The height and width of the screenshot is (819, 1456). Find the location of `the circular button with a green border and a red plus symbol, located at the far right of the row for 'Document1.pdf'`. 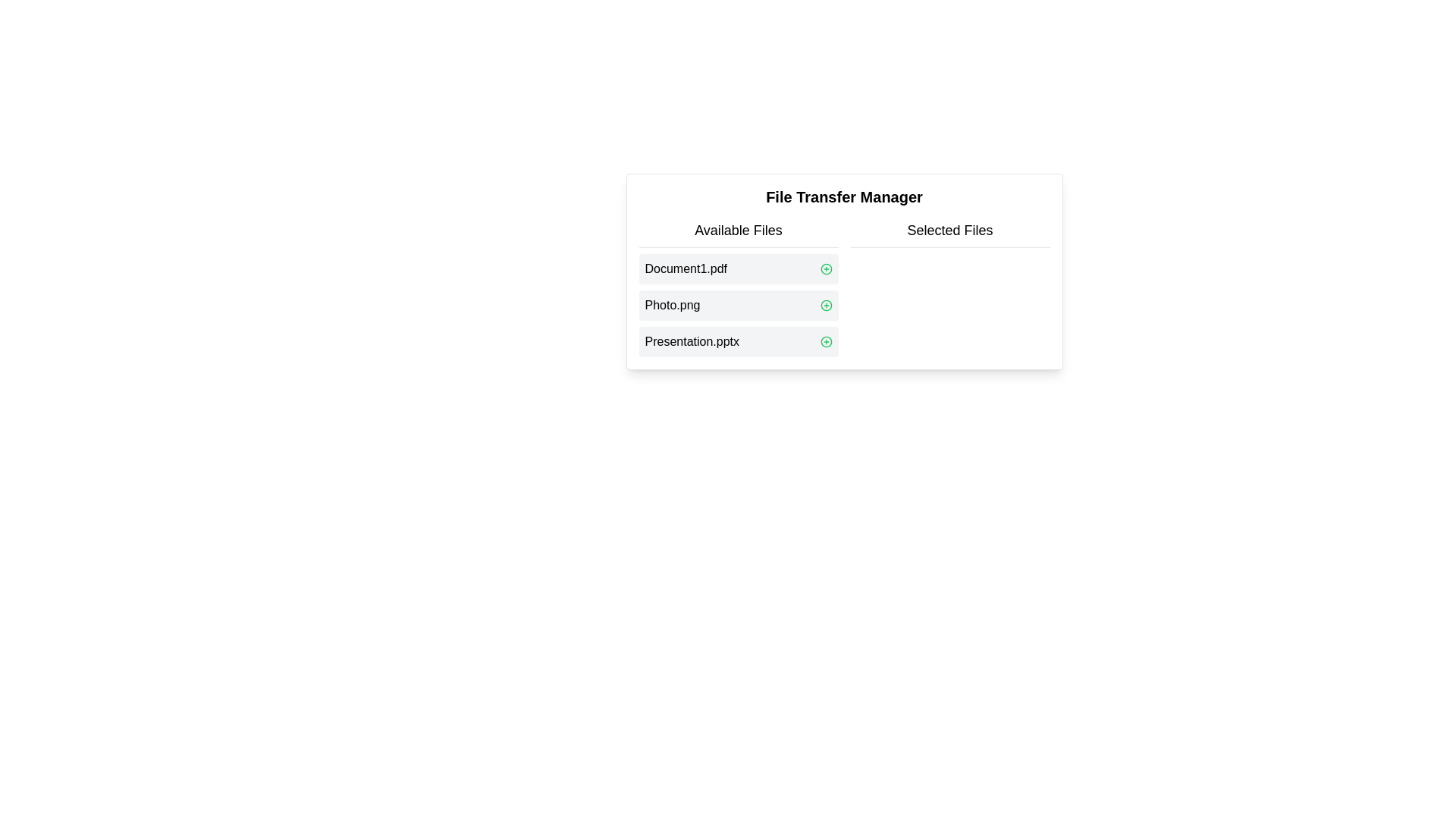

the circular button with a green border and a red plus symbol, located at the far right of the row for 'Document1.pdf' is located at coordinates (825, 268).